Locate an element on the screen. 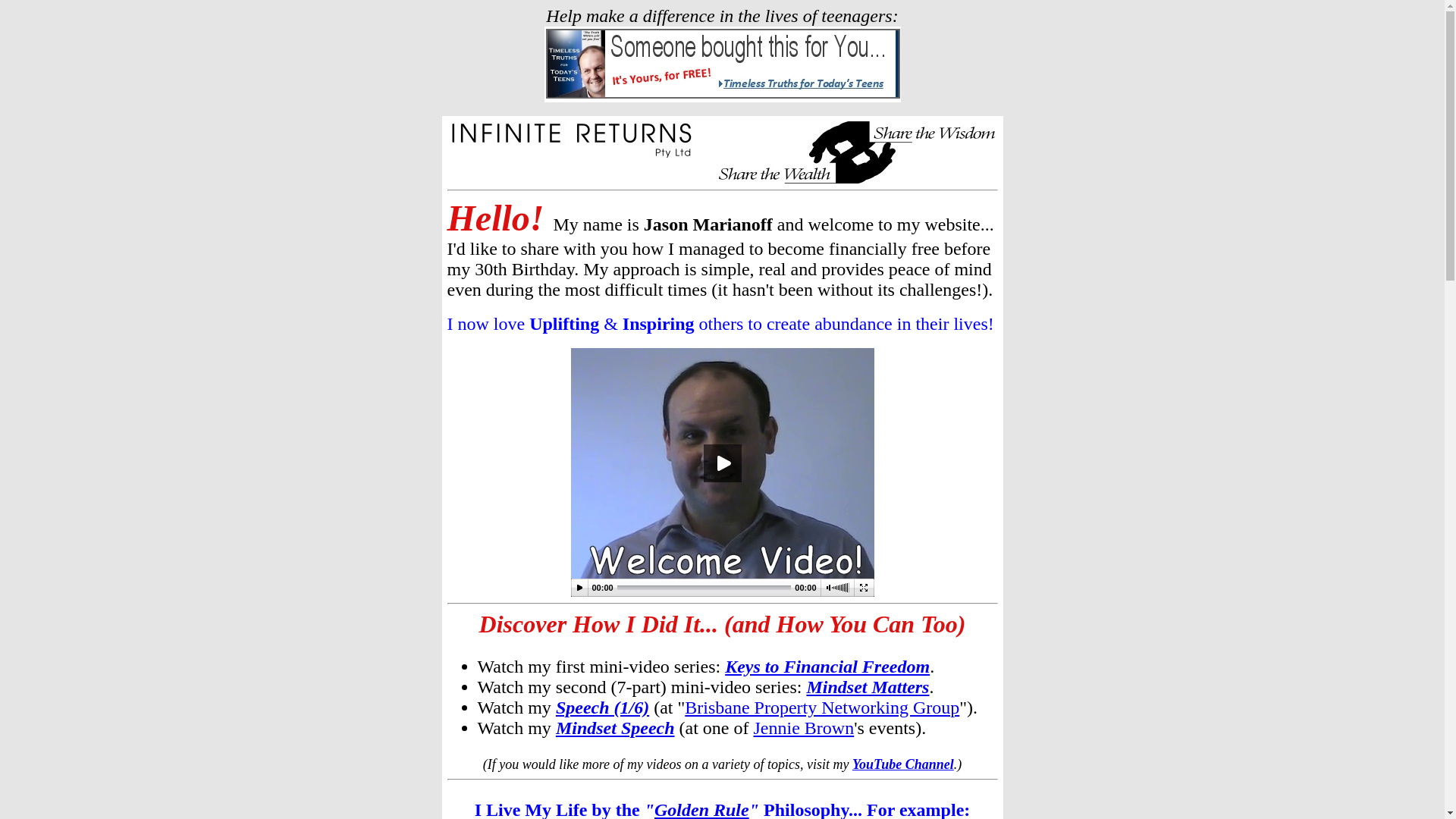 The width and height of the screenshot is (1456, 819). 'Mindset Speech' is located at coordinates (555, 727).